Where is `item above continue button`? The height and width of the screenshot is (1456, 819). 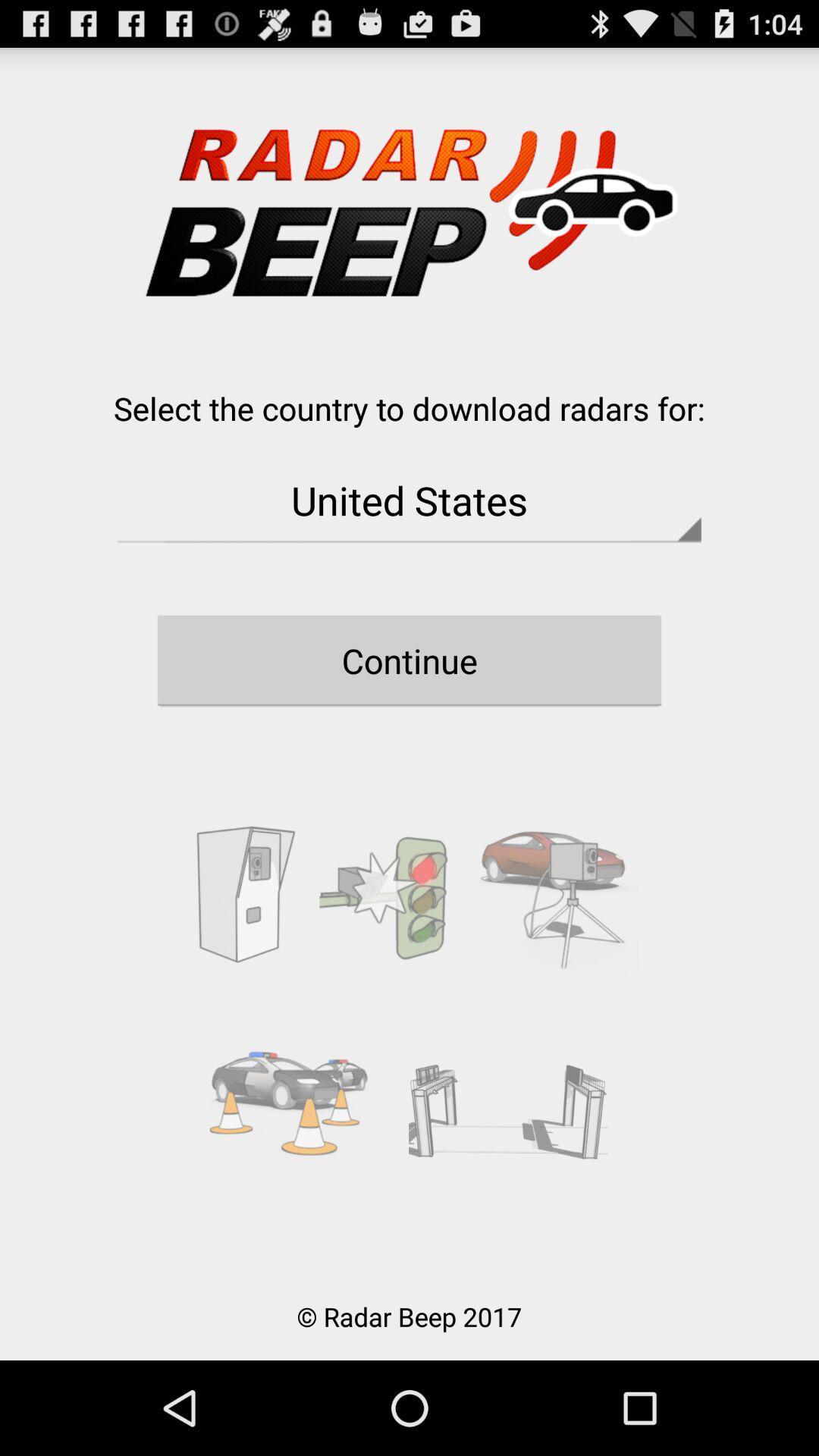
item above continue button is located at coordinates (409, 500).